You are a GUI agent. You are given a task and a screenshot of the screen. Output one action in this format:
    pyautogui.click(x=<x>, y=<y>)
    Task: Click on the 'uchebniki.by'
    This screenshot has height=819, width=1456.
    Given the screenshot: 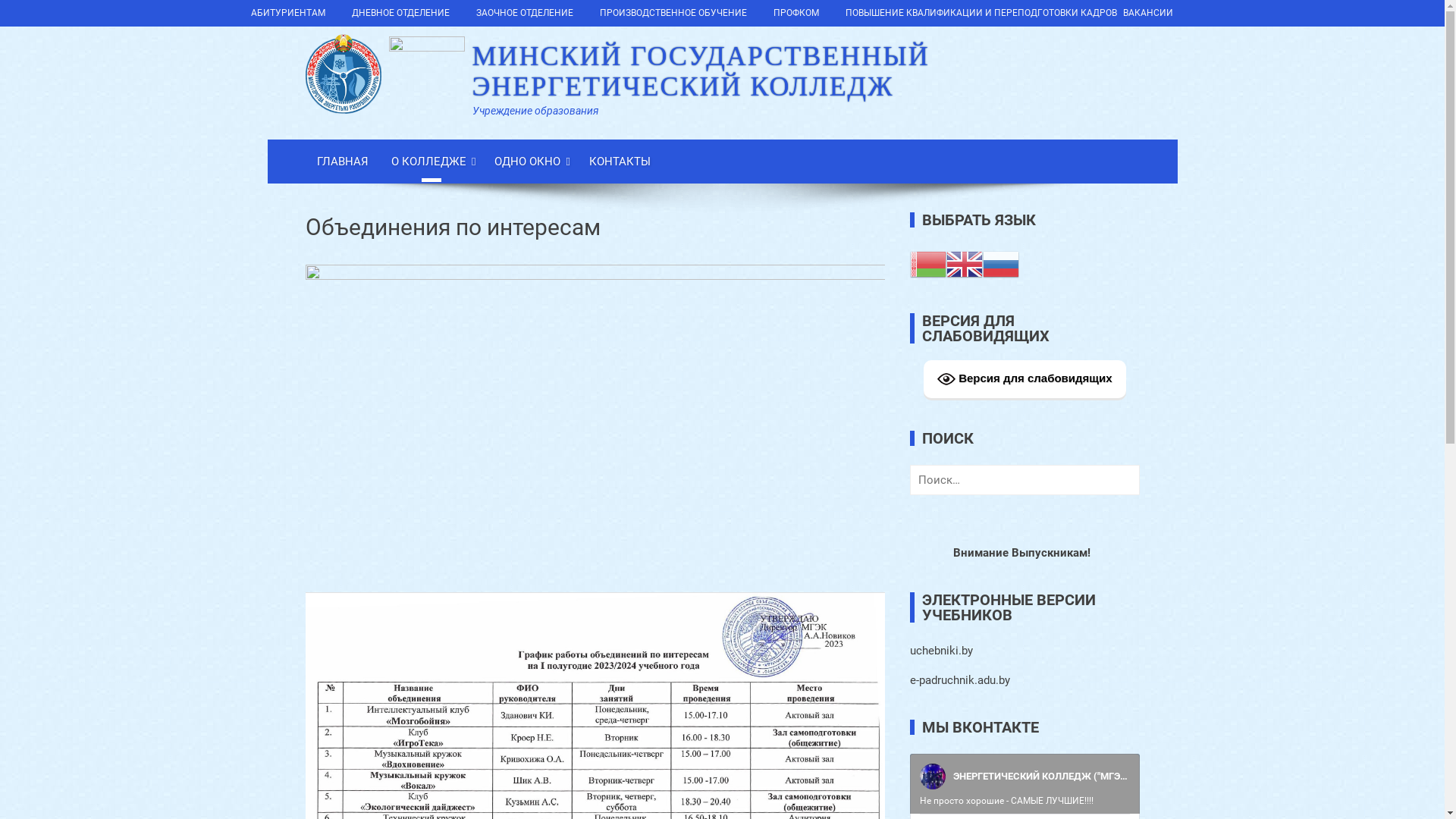 What is the action you would take?
    pyautogui.click(x=910, y=649)
    